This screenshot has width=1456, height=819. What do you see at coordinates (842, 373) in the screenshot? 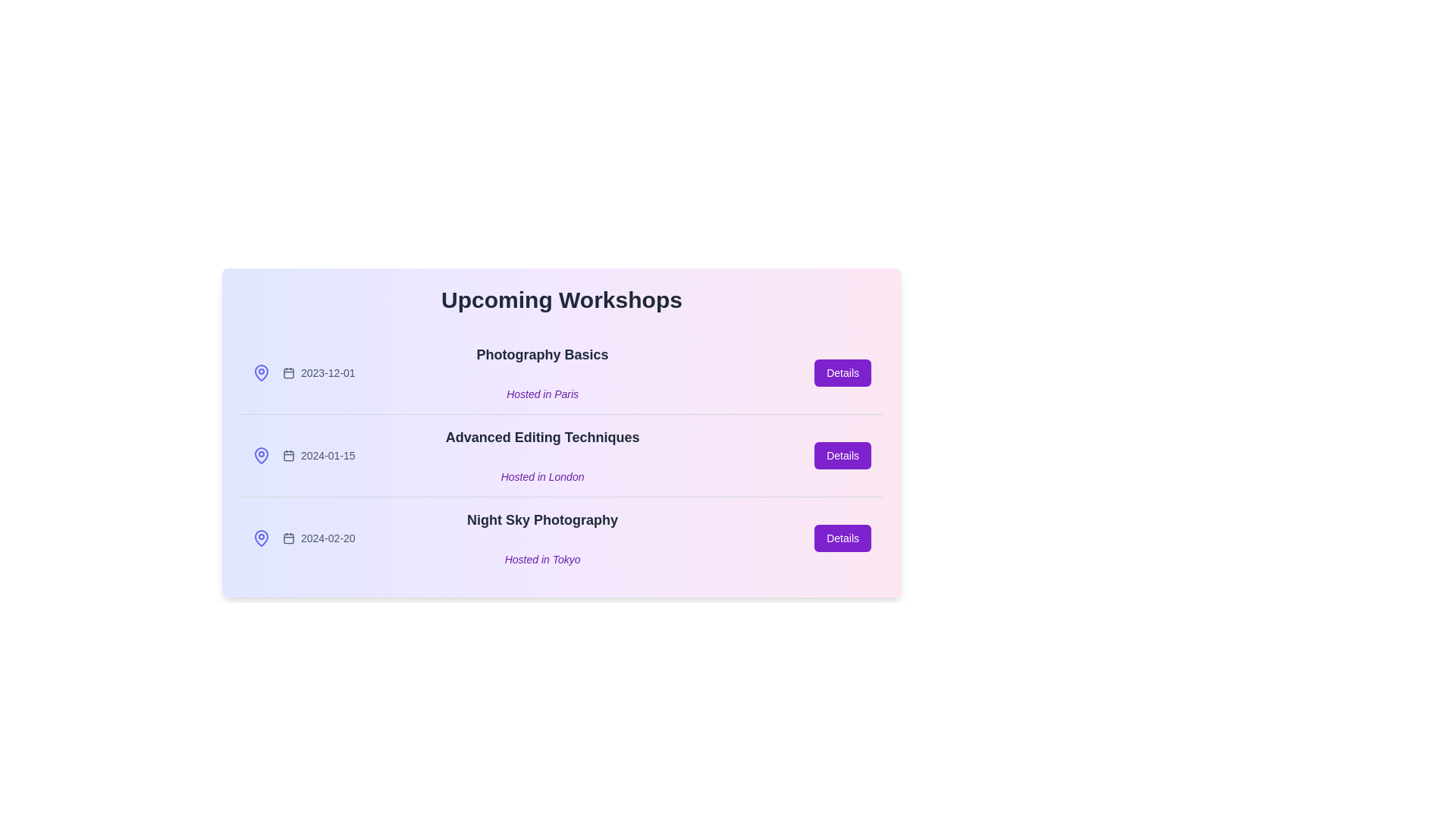
I see `the 'Details' button for the workshop titled 'Photography Basics'` at bounding box center [842, 373].